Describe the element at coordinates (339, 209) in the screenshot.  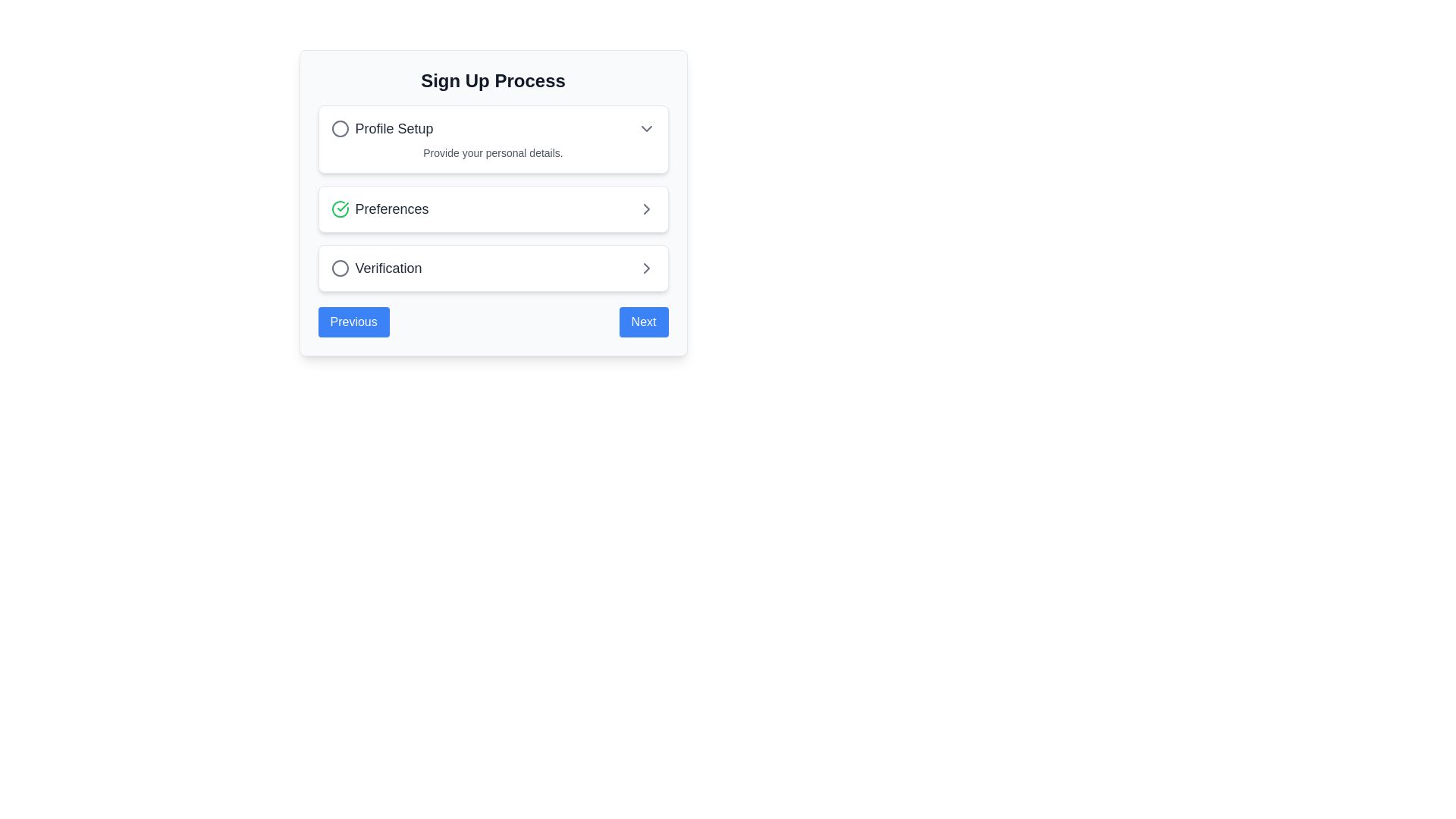
I see `the completion indicator icon located to the left of the 'Preferences' text, which indicates that the 'Preferences' step has been completed successfully` at that location.